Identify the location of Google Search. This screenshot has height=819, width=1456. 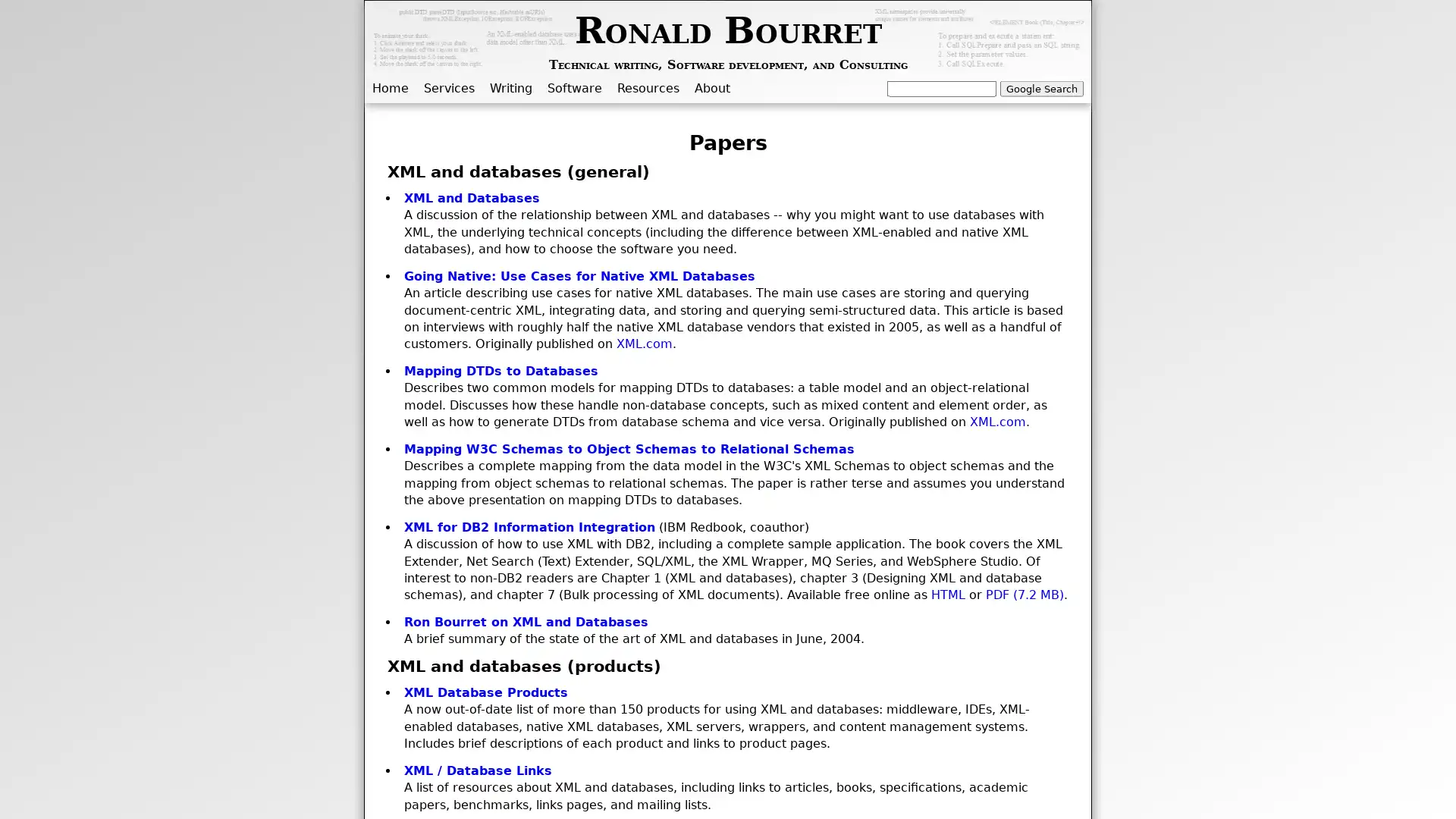
(1040, 88).